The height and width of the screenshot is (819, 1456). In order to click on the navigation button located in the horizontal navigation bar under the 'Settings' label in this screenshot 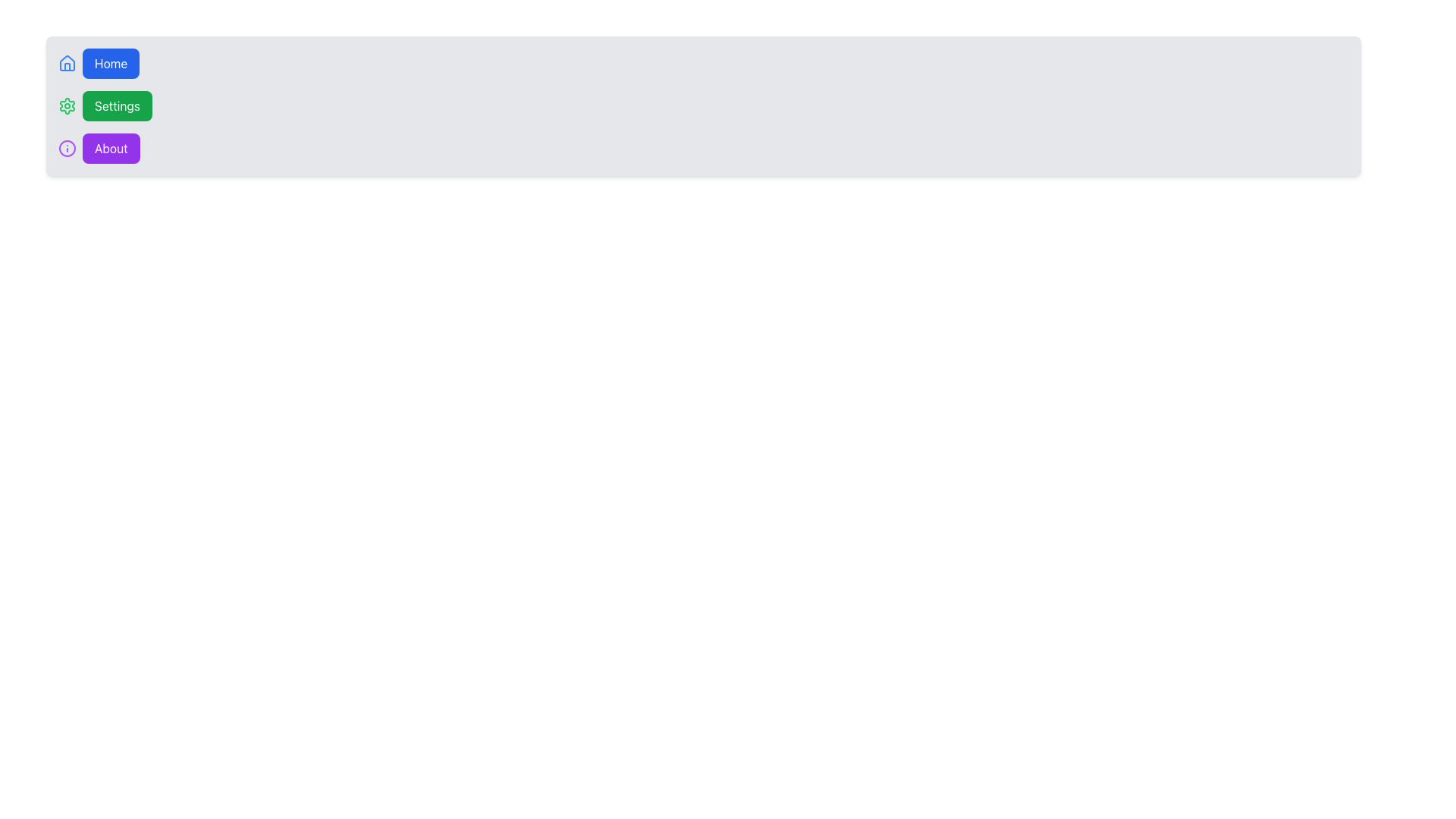, I will do `click(116, 105)`.